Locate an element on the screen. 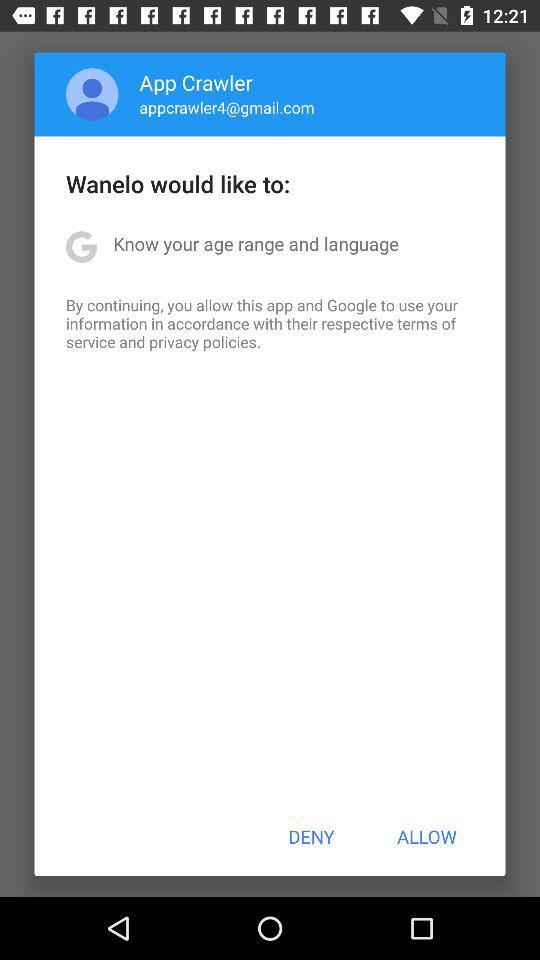 The width and height of the screenshot is (540, 960). the app above the by continuing you item is located at coordinates (256, 242).